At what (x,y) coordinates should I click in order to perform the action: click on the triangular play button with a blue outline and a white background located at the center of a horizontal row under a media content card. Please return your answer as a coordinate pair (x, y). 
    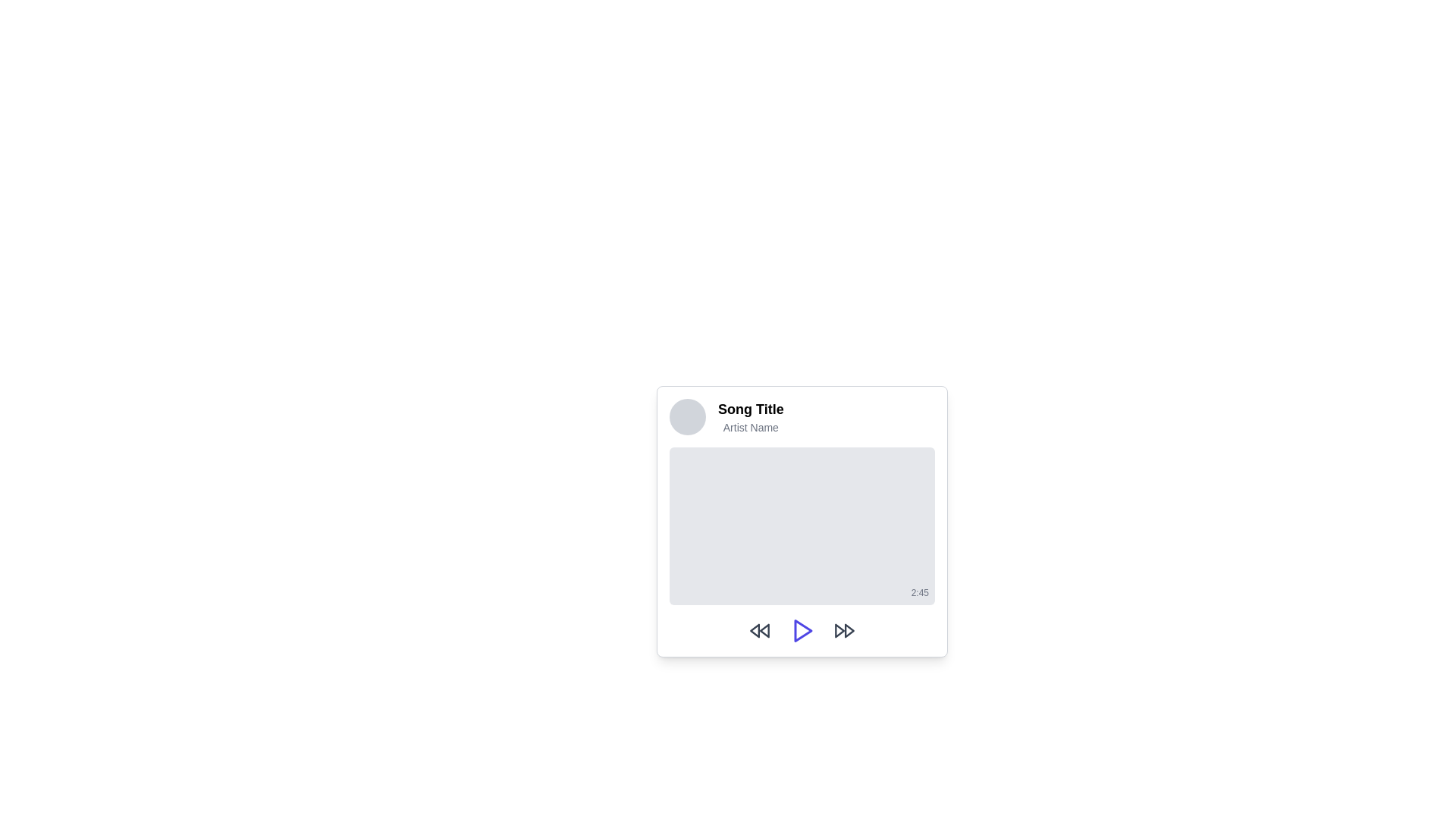
    Looking at the image, I should click on (801, 631).